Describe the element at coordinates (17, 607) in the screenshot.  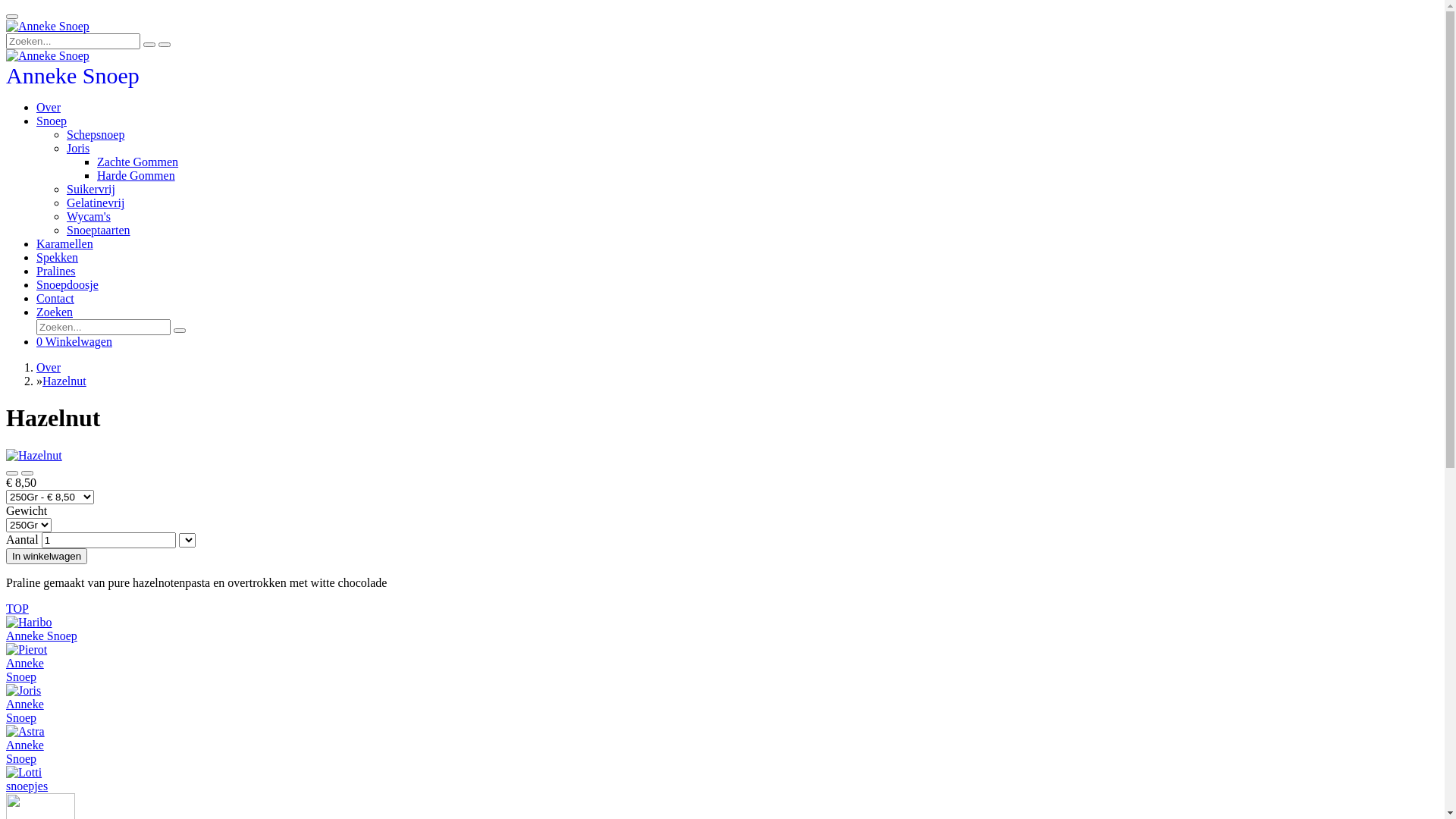
I see `'TOP'` at that location.